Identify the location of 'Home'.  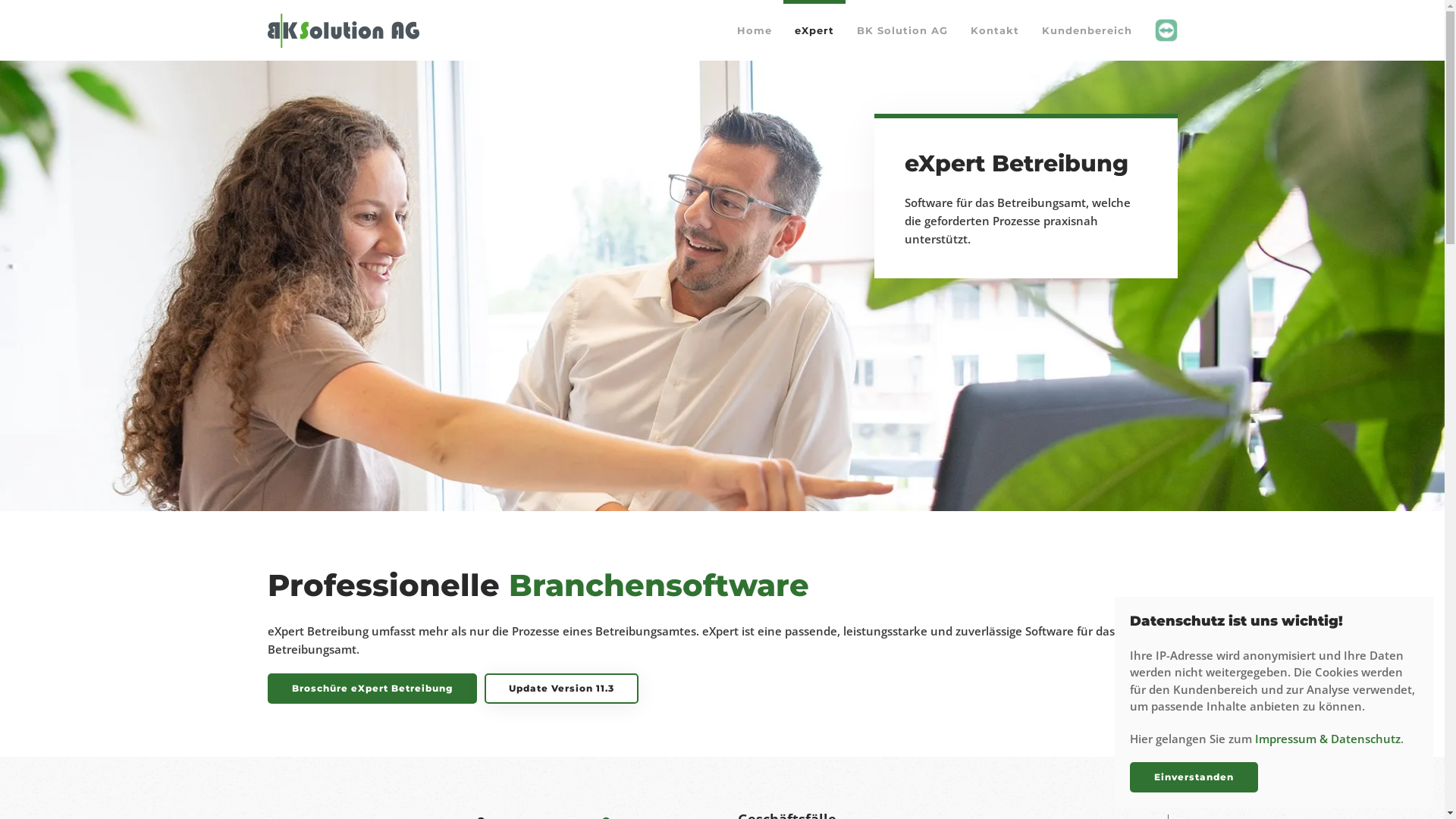
(753, 30).